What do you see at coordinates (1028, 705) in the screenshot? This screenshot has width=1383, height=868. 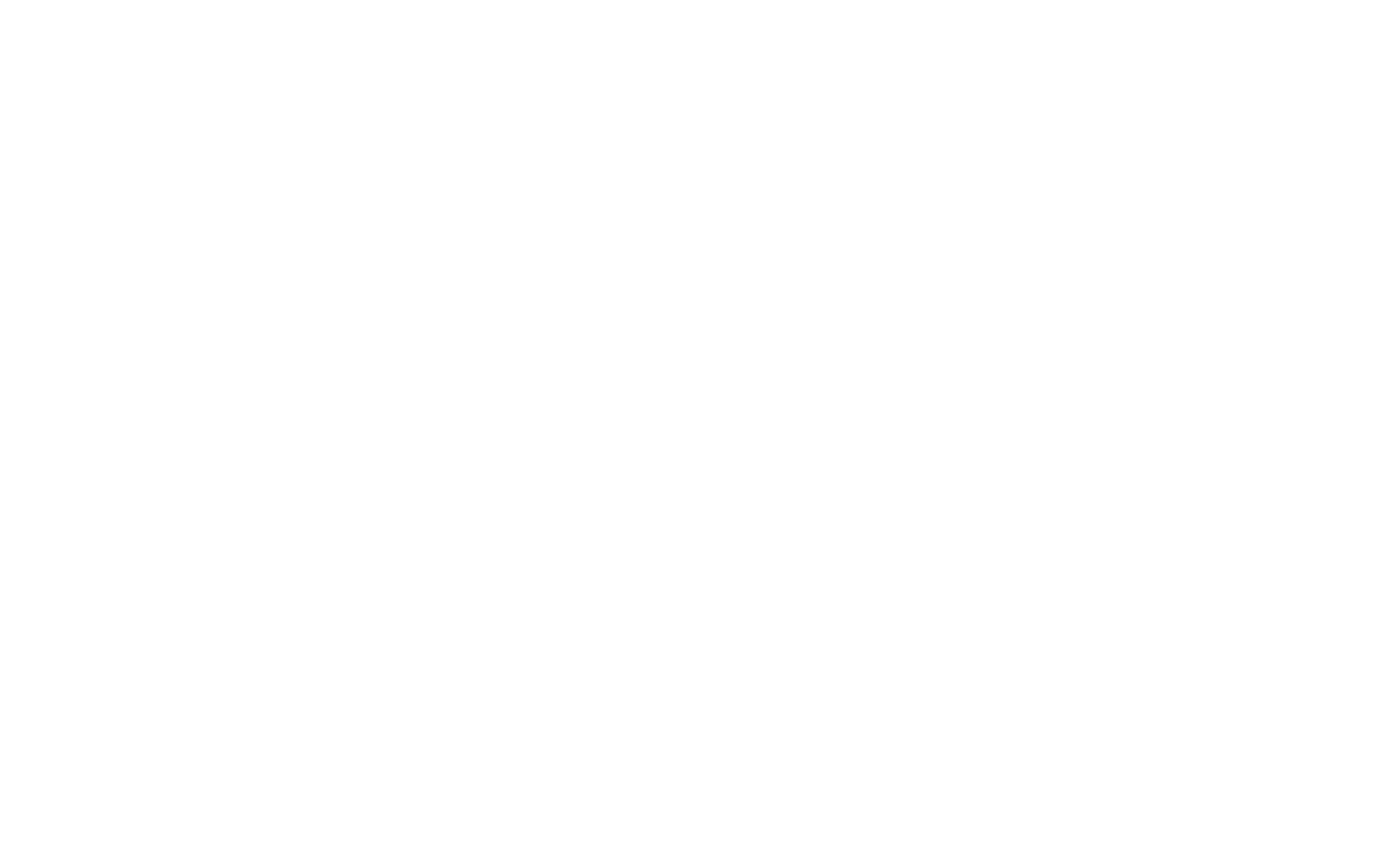 I see `'1xBet qeydiyyat Azərbaycanda 1xBet saytında qeydiyyatdan keçin, yeni müştərilər üçün bonus 230'` at bounding box center [1028, 705].